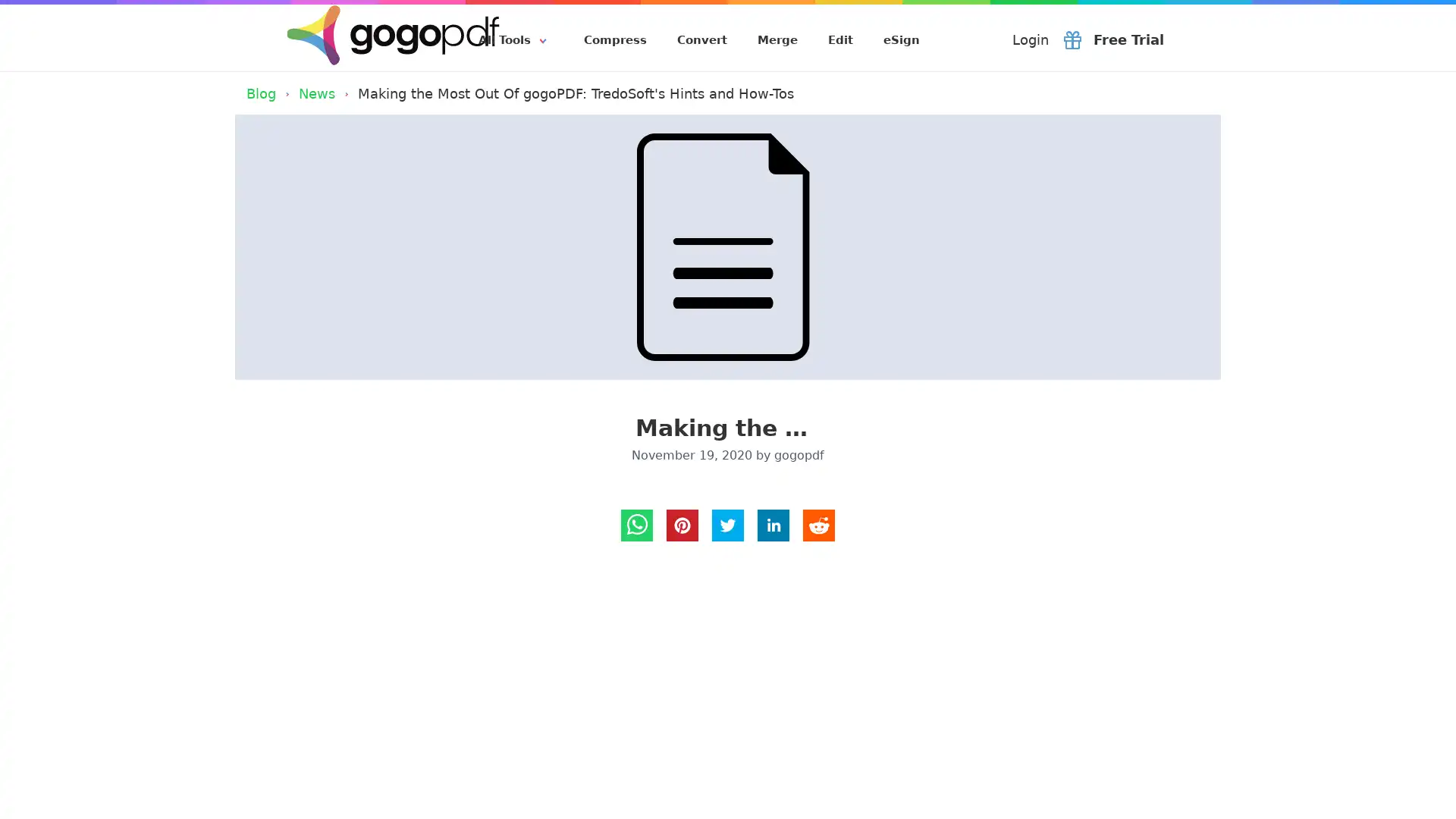 The width and height of the screenshot is (1456, 819). I want to click on pinterest, so click(682, 525).